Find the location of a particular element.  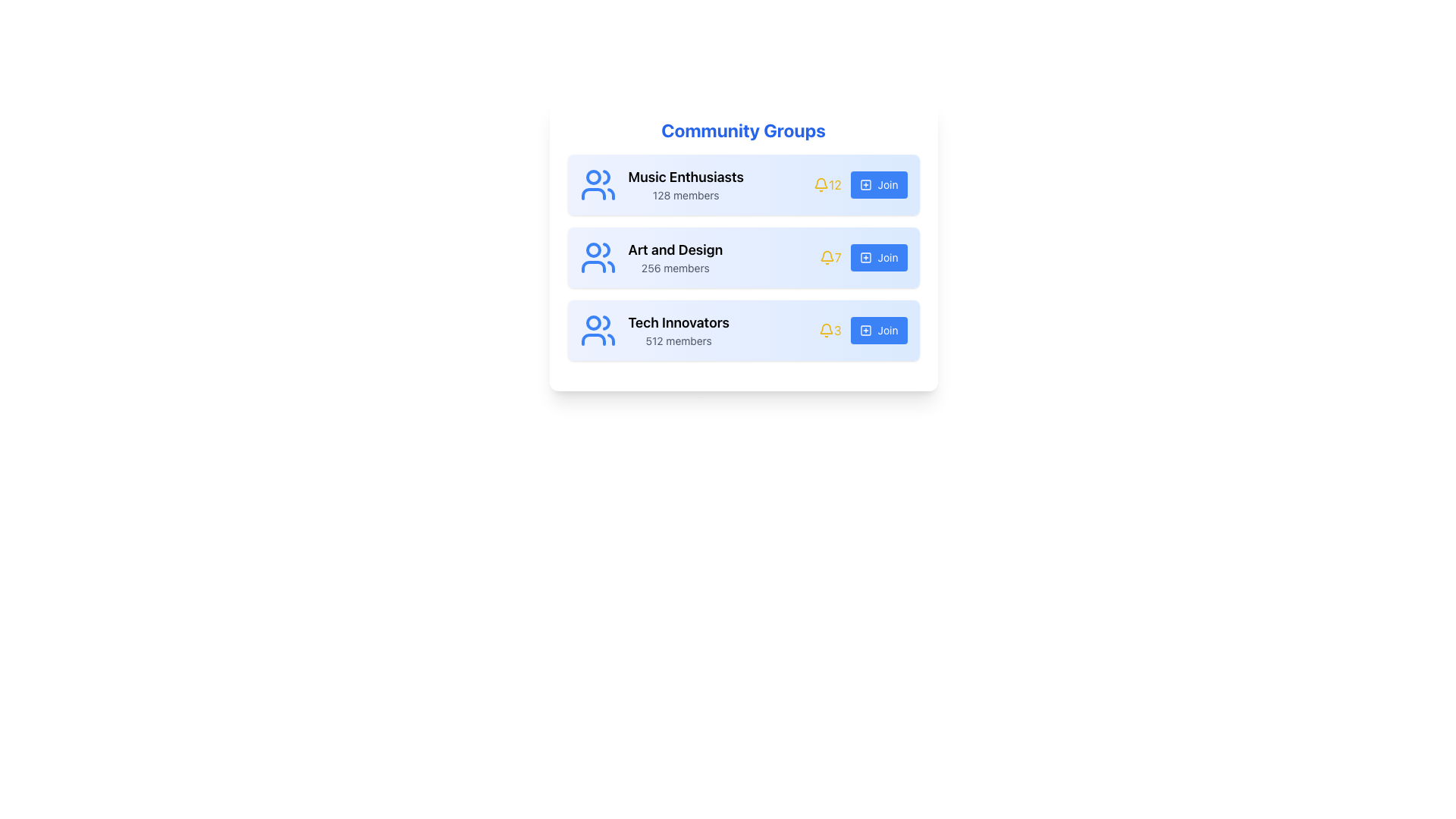

the text label that serves as the title for the associated community group card, which is the first item in the community groups list and is positioned above the '128 members' text is located at coordinates (685, 177).